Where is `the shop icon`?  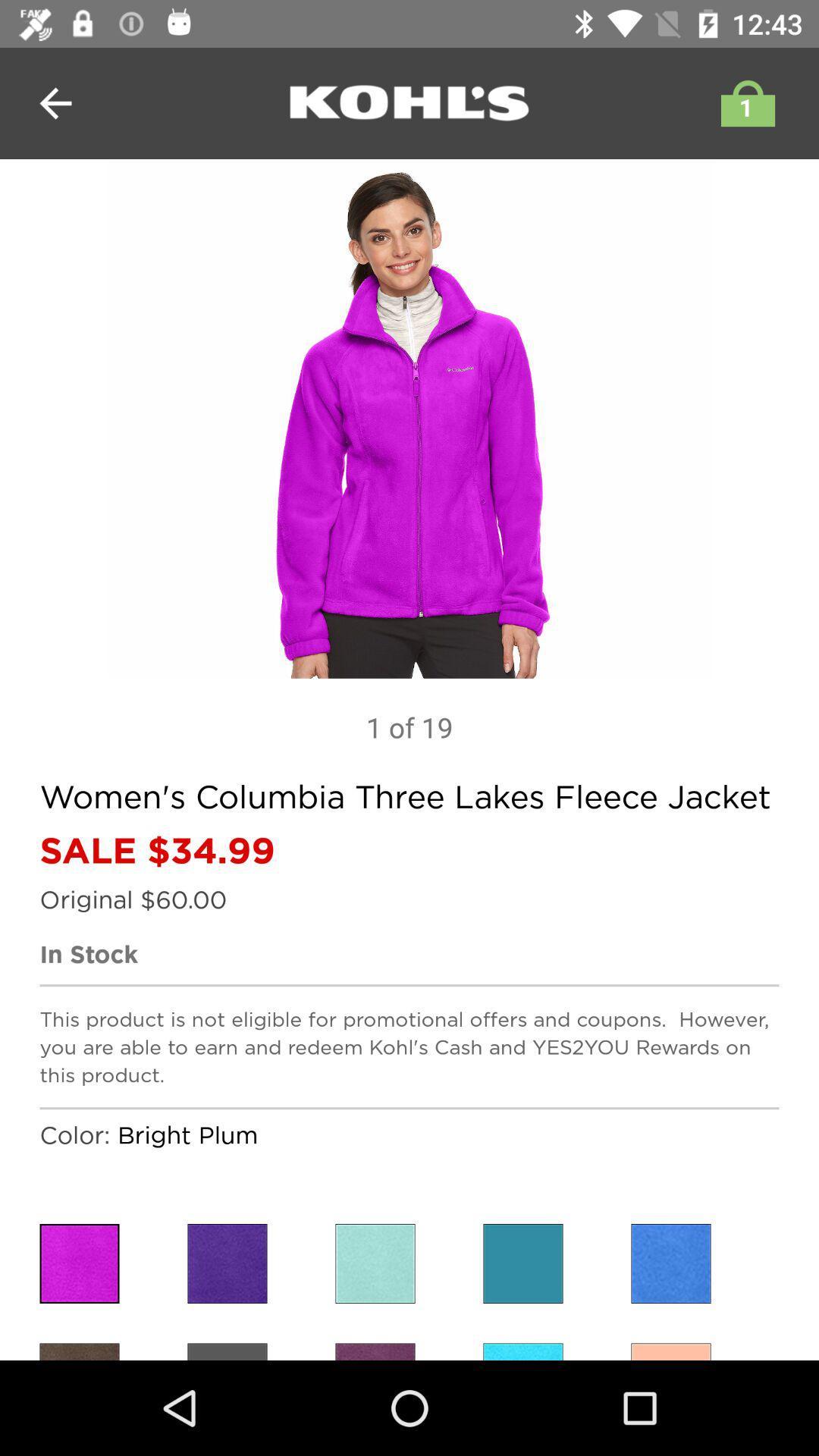
the shop icon is located at coordinates (743, 102).